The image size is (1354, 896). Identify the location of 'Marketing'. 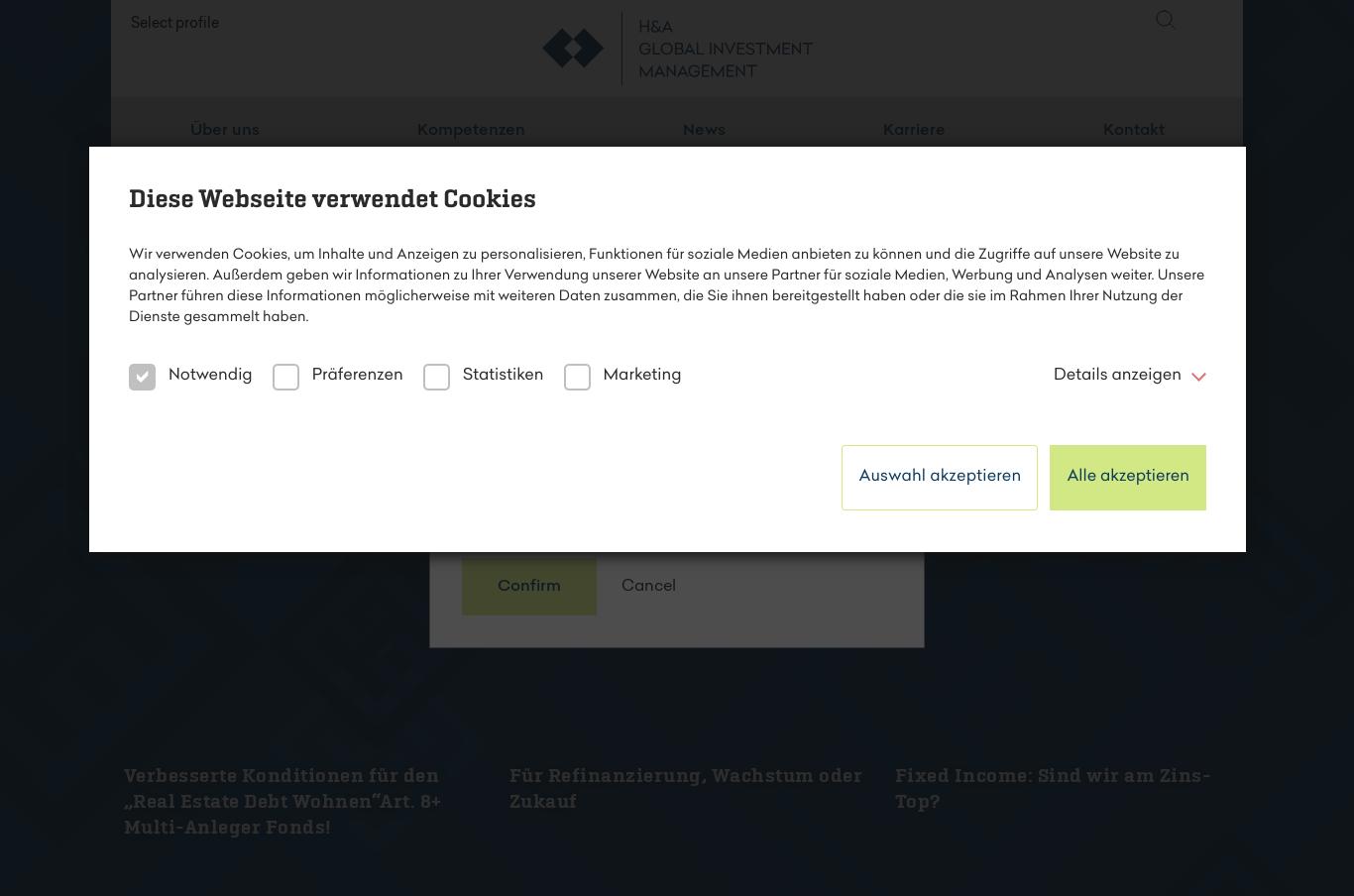
(640, 374).